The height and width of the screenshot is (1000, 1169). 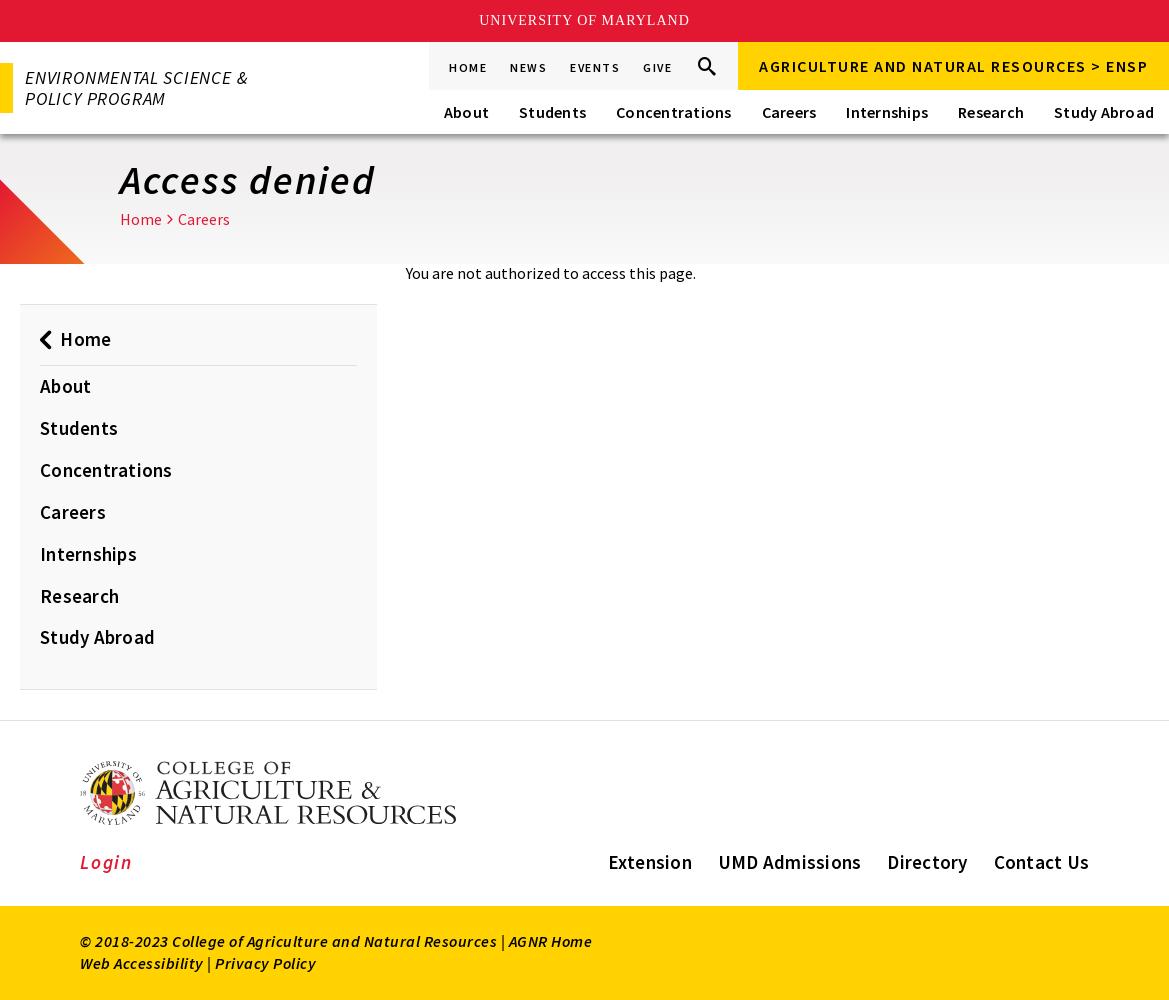 I want to click on '© 2018-2023 College of Agriculture and Natural Resources
                |', so click(x=293, y=940).